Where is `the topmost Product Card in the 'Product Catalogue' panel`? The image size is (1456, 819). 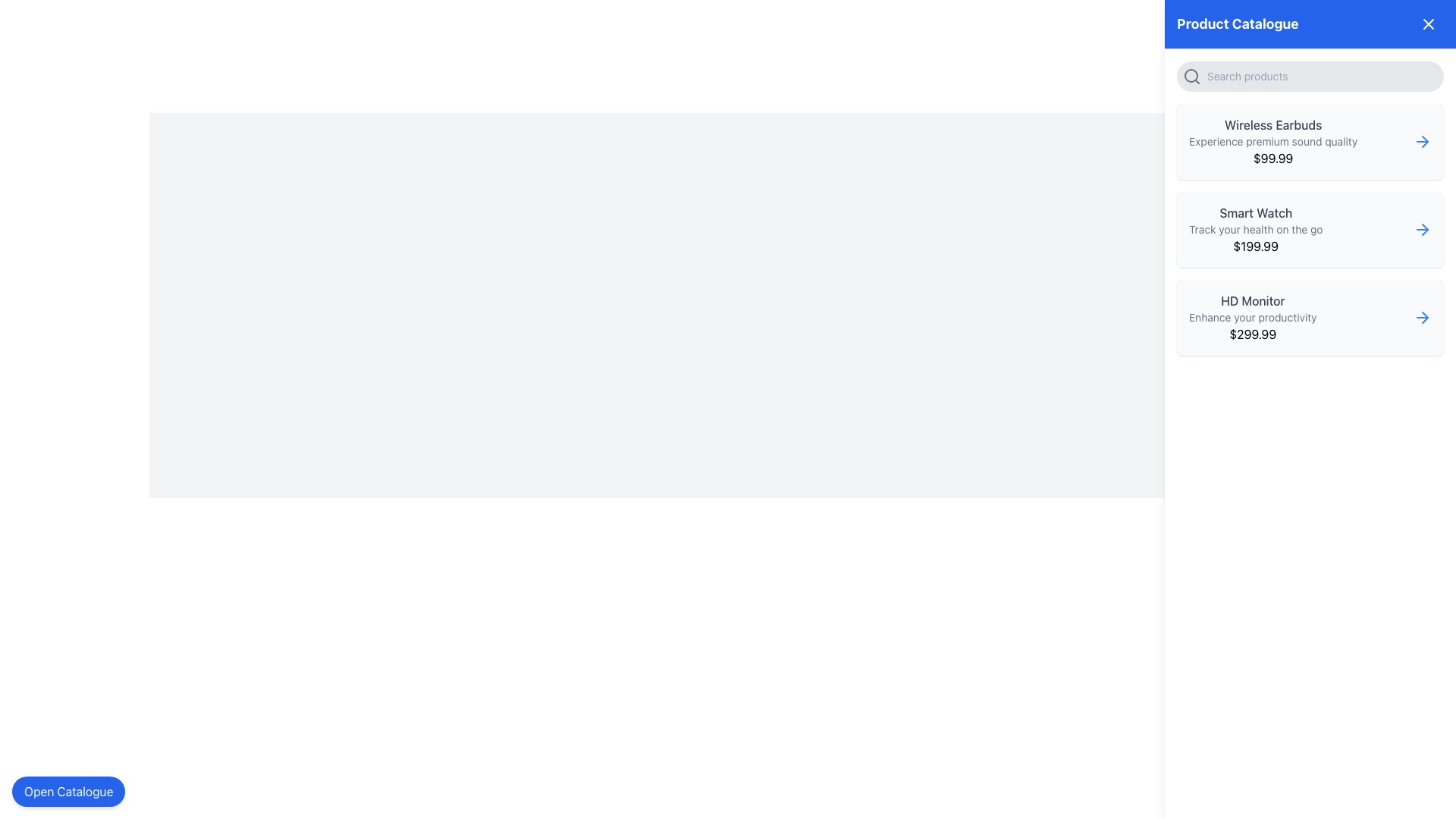 the topmost Product Card in the 'Product Catalogue' panel is located at coordinates (1310, 141).